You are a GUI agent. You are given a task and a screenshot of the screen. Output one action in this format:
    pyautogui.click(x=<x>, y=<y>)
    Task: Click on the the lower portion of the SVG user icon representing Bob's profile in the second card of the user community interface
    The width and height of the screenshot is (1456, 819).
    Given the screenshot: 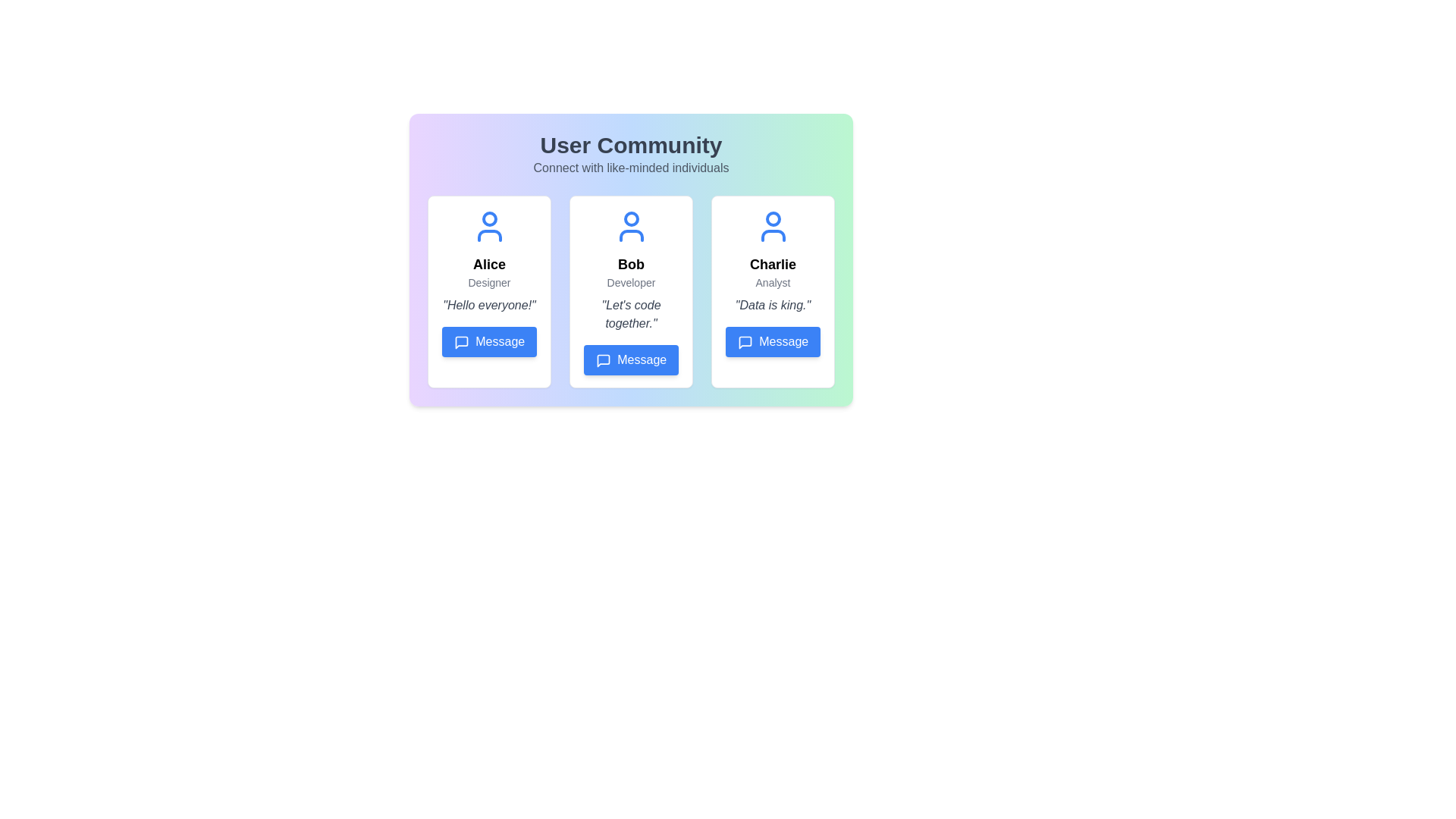 What is the action you would take?
    pyautogui.click(x=631, y=236)
    